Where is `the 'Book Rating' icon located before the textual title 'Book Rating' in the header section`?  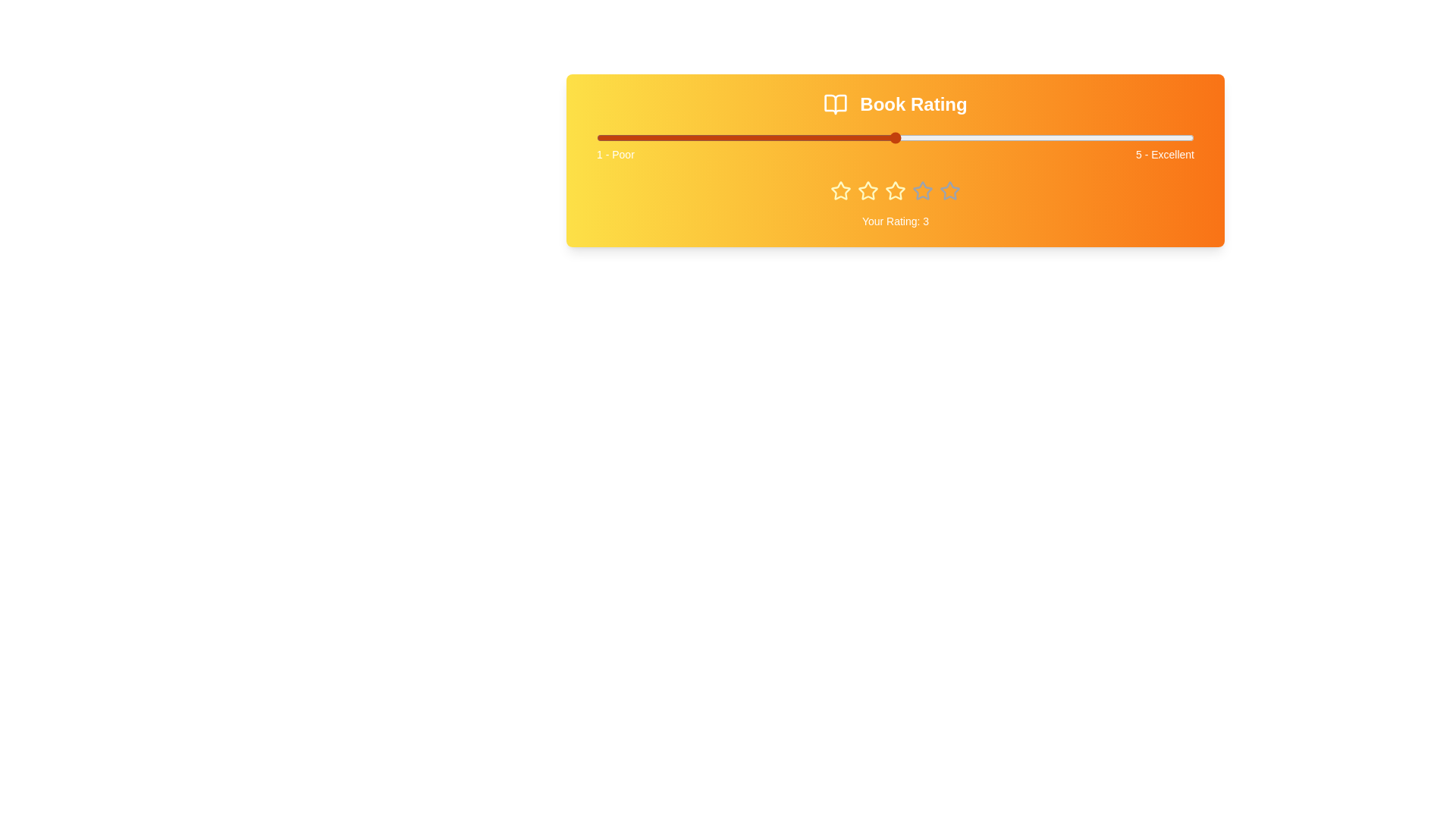 the 'Book Rating' icon located before the textual title 'Book Rating' in the header section is located at coordinates (835, 104).